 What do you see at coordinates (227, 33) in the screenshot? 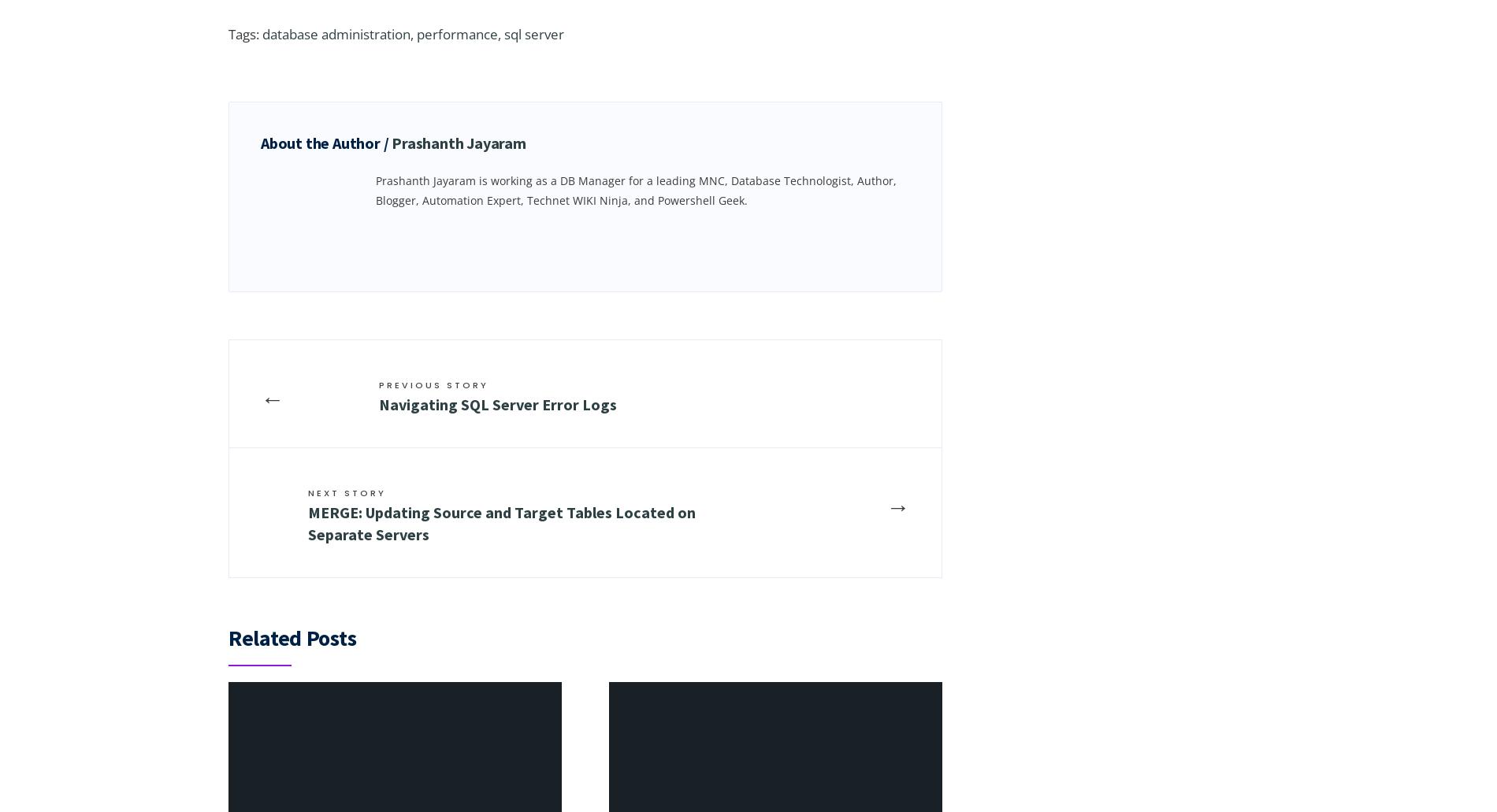
I see `'Tags:'` at bounding box center [227, 33].